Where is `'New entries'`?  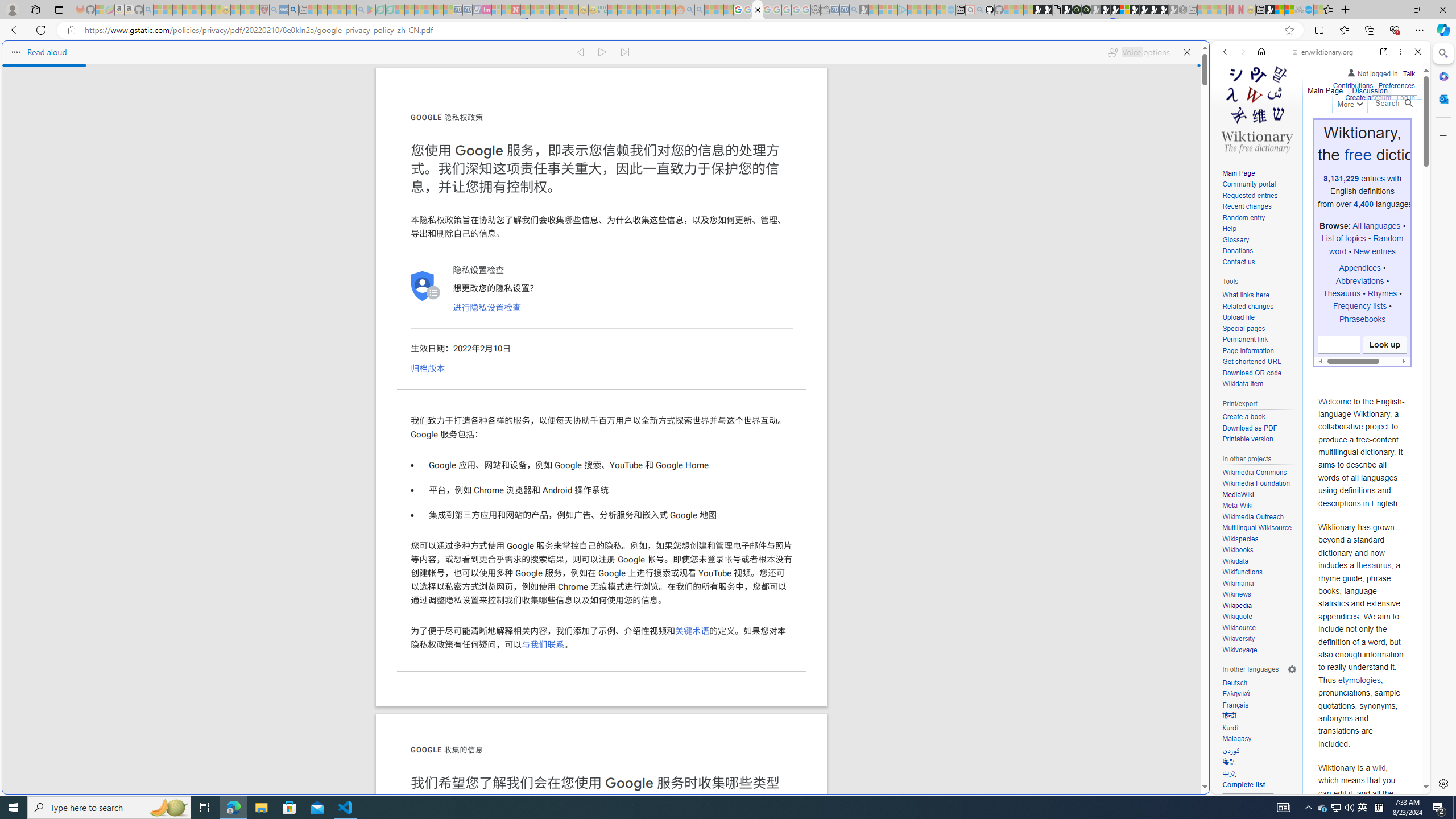
'New entries' is located at coordinates (1375, 250).